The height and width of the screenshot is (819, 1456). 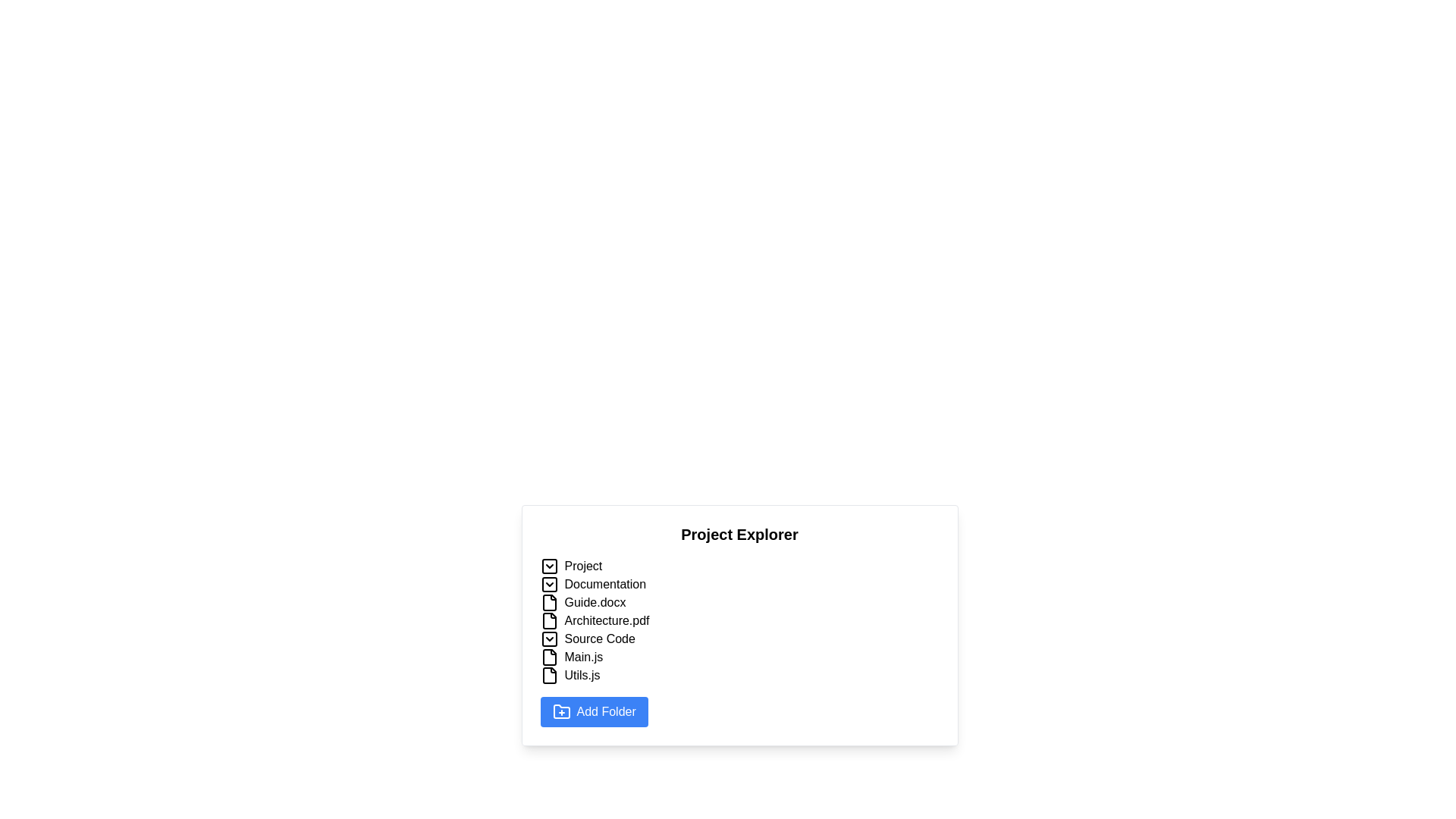 What do you see at coordinates (607, 620) in the screenshot?
I see `on the text label representing the file named 'Architecture.pdf'` at bounding box center [607, 620].